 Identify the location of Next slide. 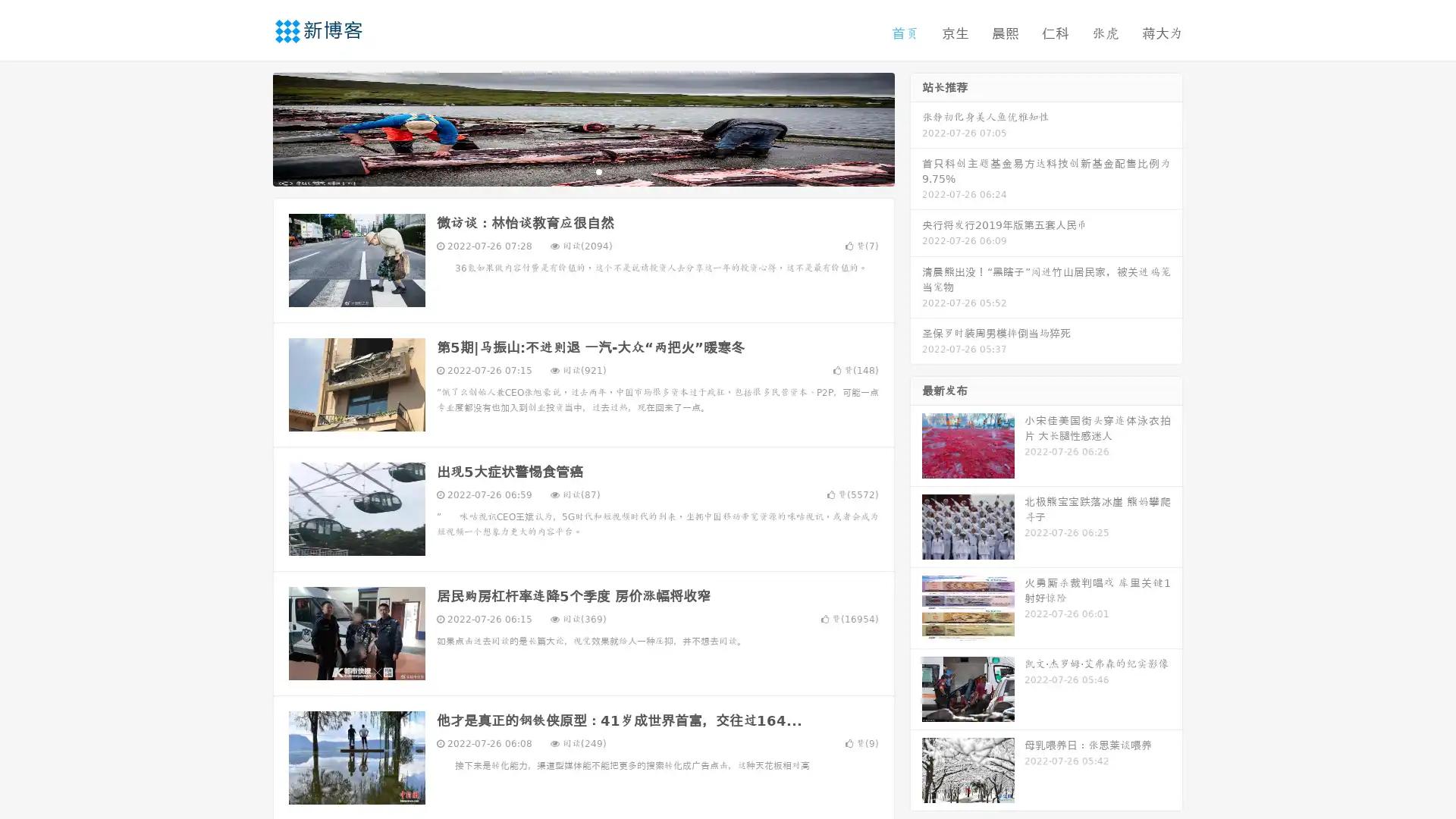
(916, 127).